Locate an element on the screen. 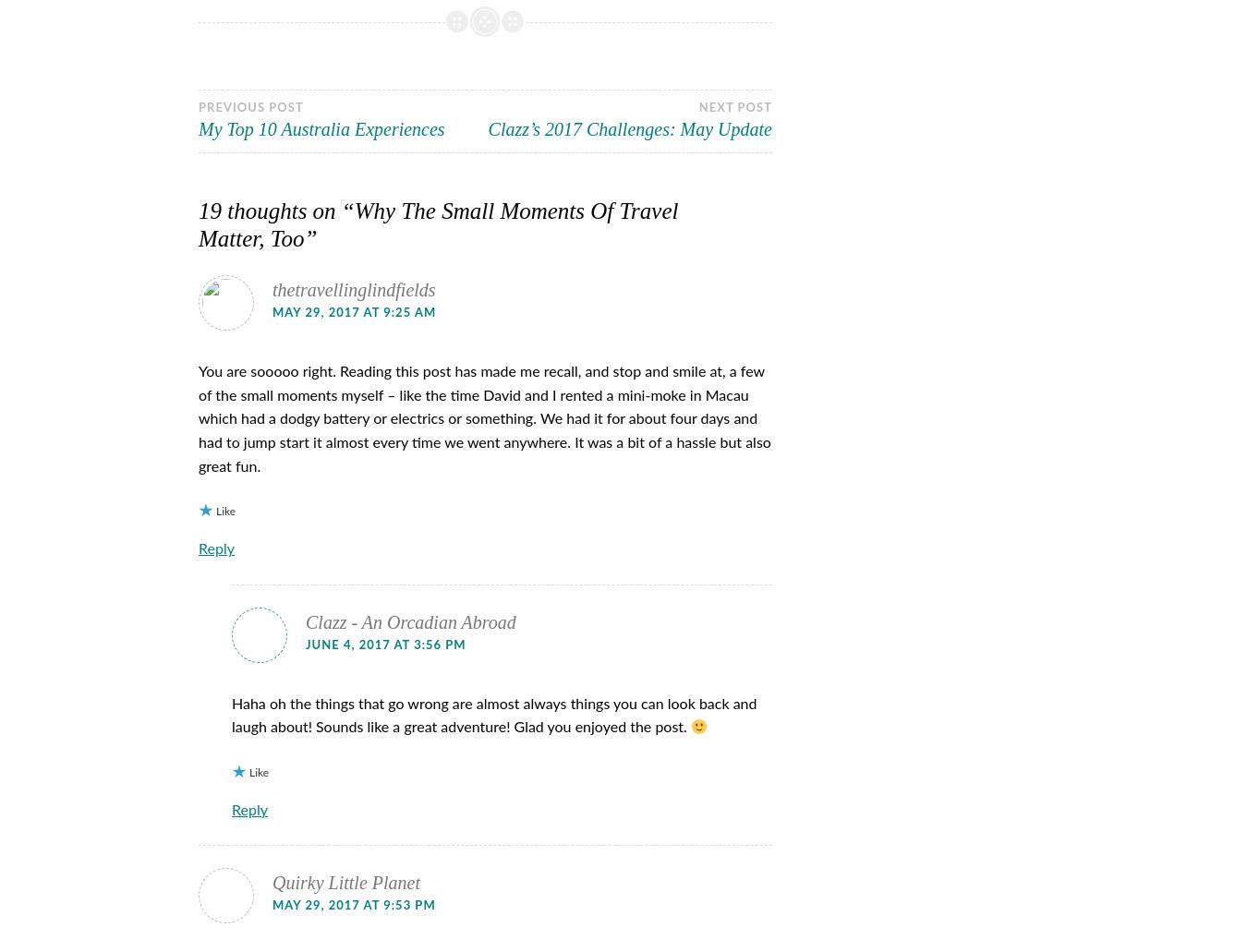 The image size is (1247, 952). 'May 29, 2017 at 9:25 am' is located at coordinates (354, 312).